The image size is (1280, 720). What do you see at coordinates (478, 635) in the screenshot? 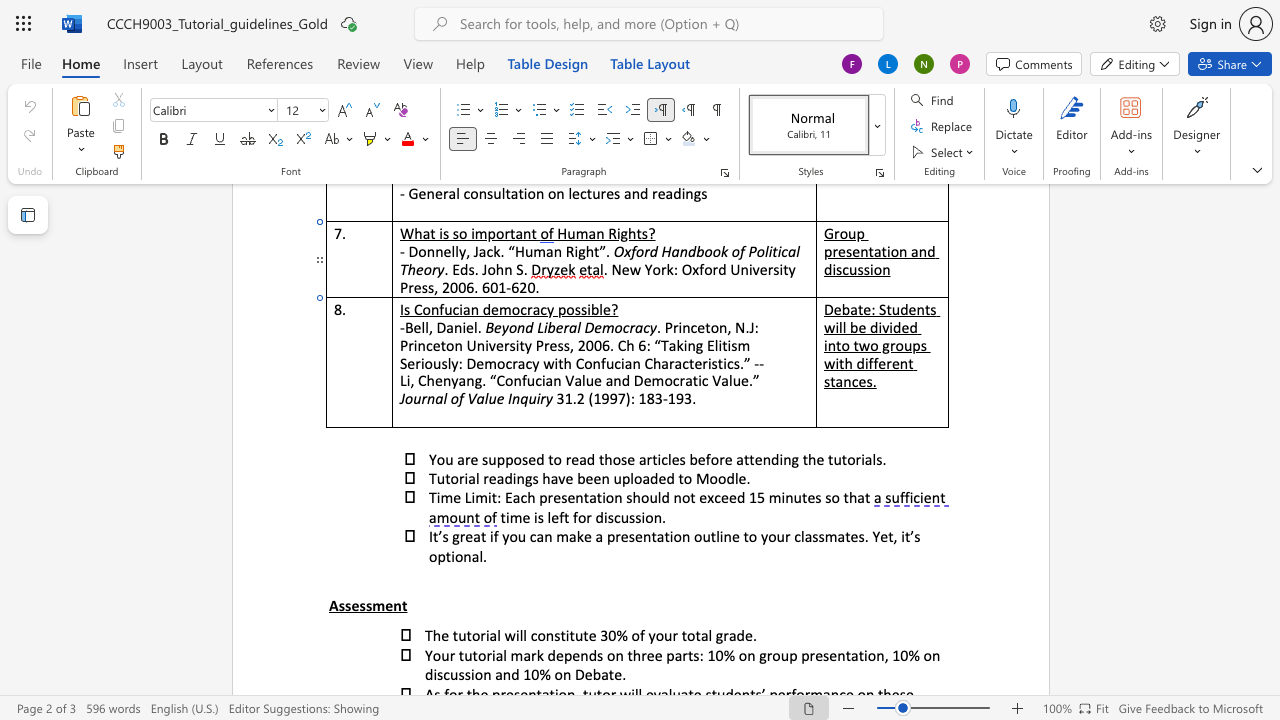
I see `the space between the continuous character "o" and "r" in the text` at bounding box center [478, 635].